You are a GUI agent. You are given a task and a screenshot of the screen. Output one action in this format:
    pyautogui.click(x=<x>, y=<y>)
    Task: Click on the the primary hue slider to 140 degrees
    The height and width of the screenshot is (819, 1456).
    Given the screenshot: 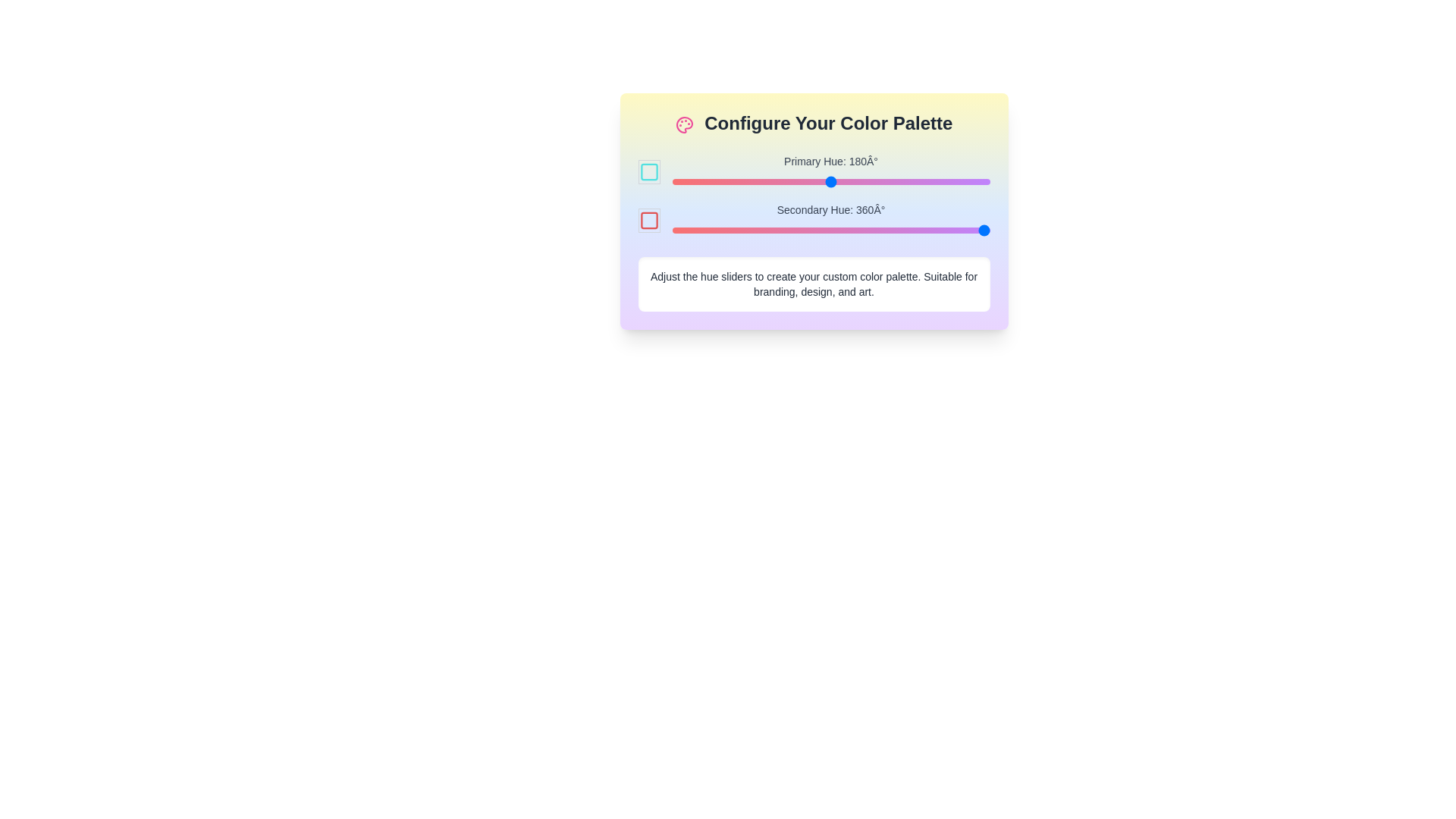 What is the action you would take?
    pyautogui.click(x=795, y=180)
    